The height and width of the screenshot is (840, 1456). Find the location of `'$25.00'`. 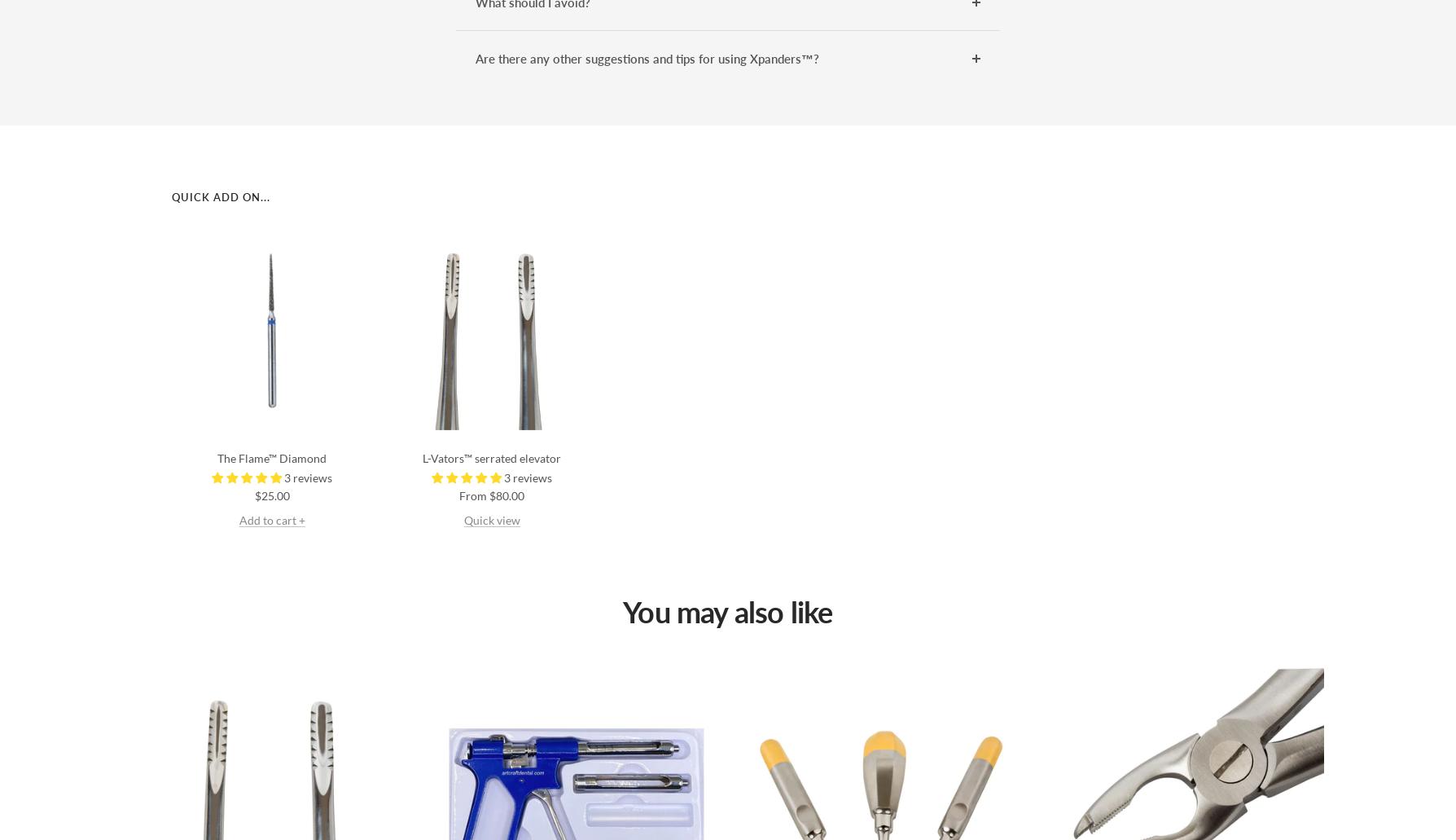

'$25.00' is located at coordinates (270, 494).